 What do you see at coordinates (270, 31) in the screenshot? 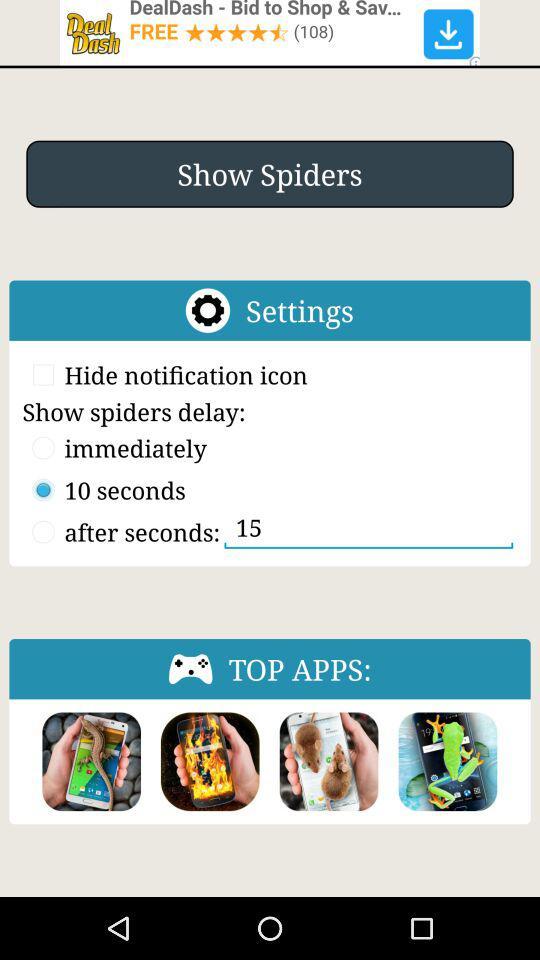
I see `redirect the user to a website` at bounding box center [270, 31].